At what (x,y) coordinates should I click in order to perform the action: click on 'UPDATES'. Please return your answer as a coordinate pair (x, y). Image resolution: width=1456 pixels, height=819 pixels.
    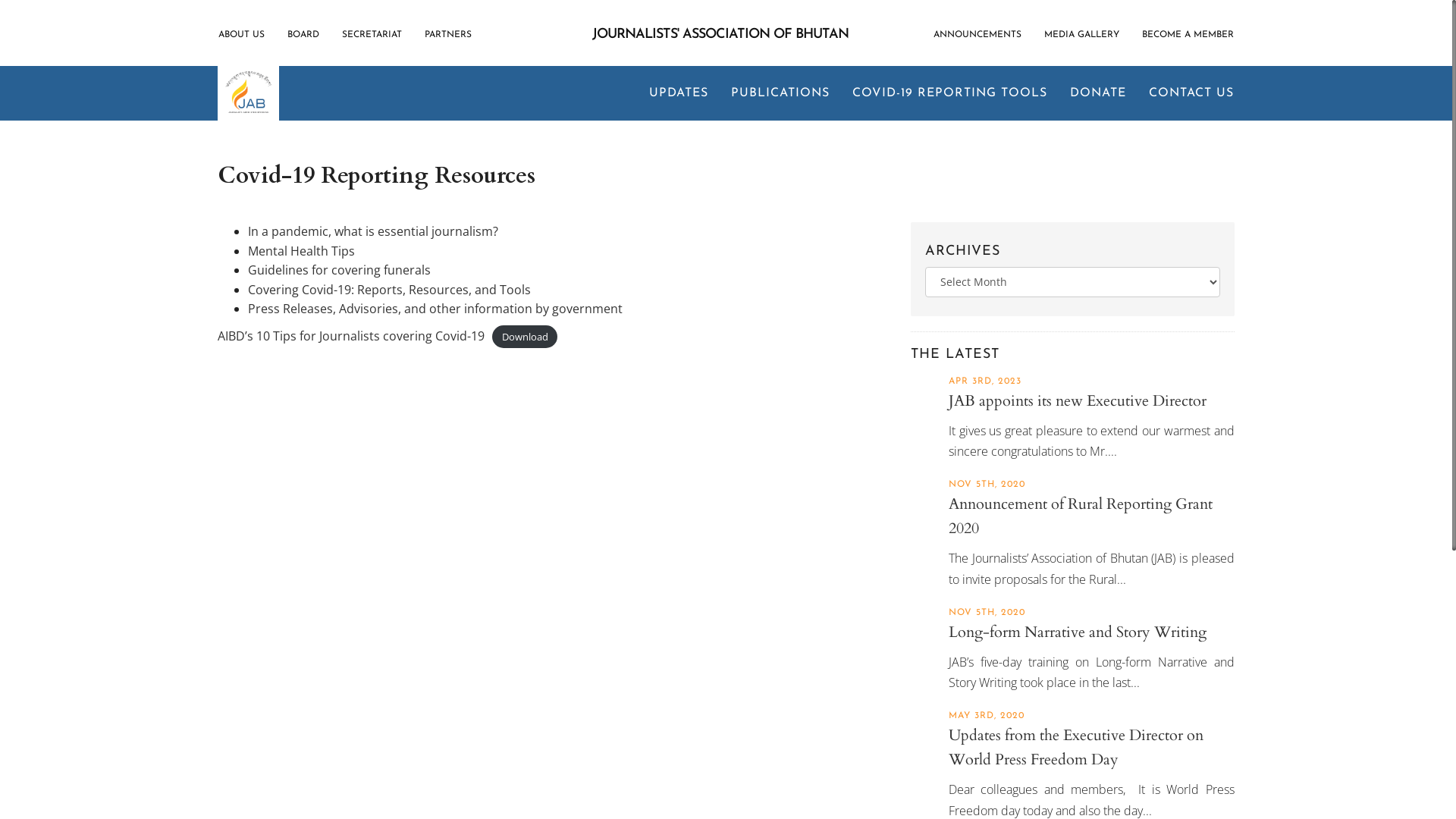
    Looking at the image, I should click on (637, 93).